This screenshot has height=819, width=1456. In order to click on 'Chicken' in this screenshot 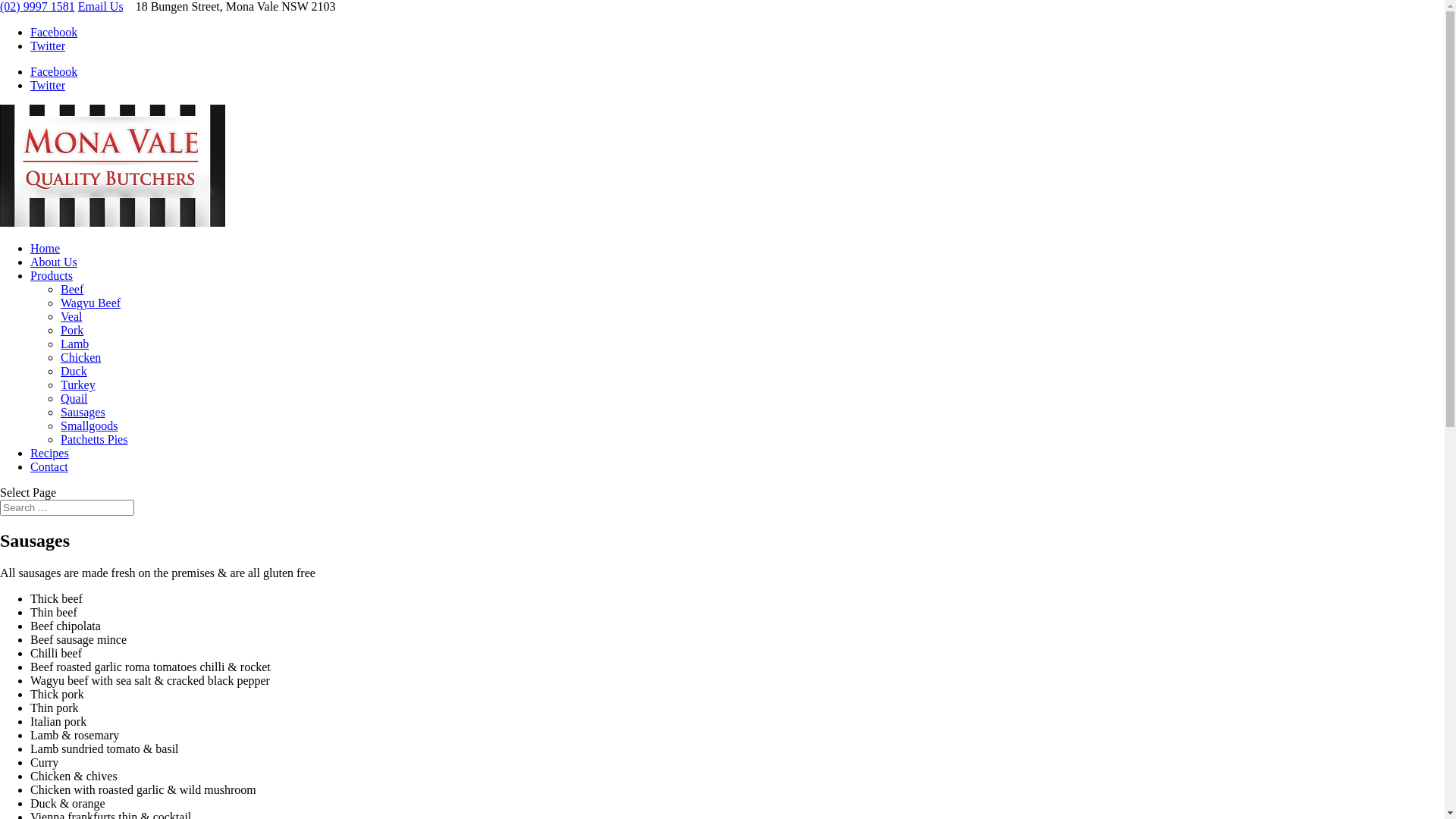, I will do `click(80, 357)`.